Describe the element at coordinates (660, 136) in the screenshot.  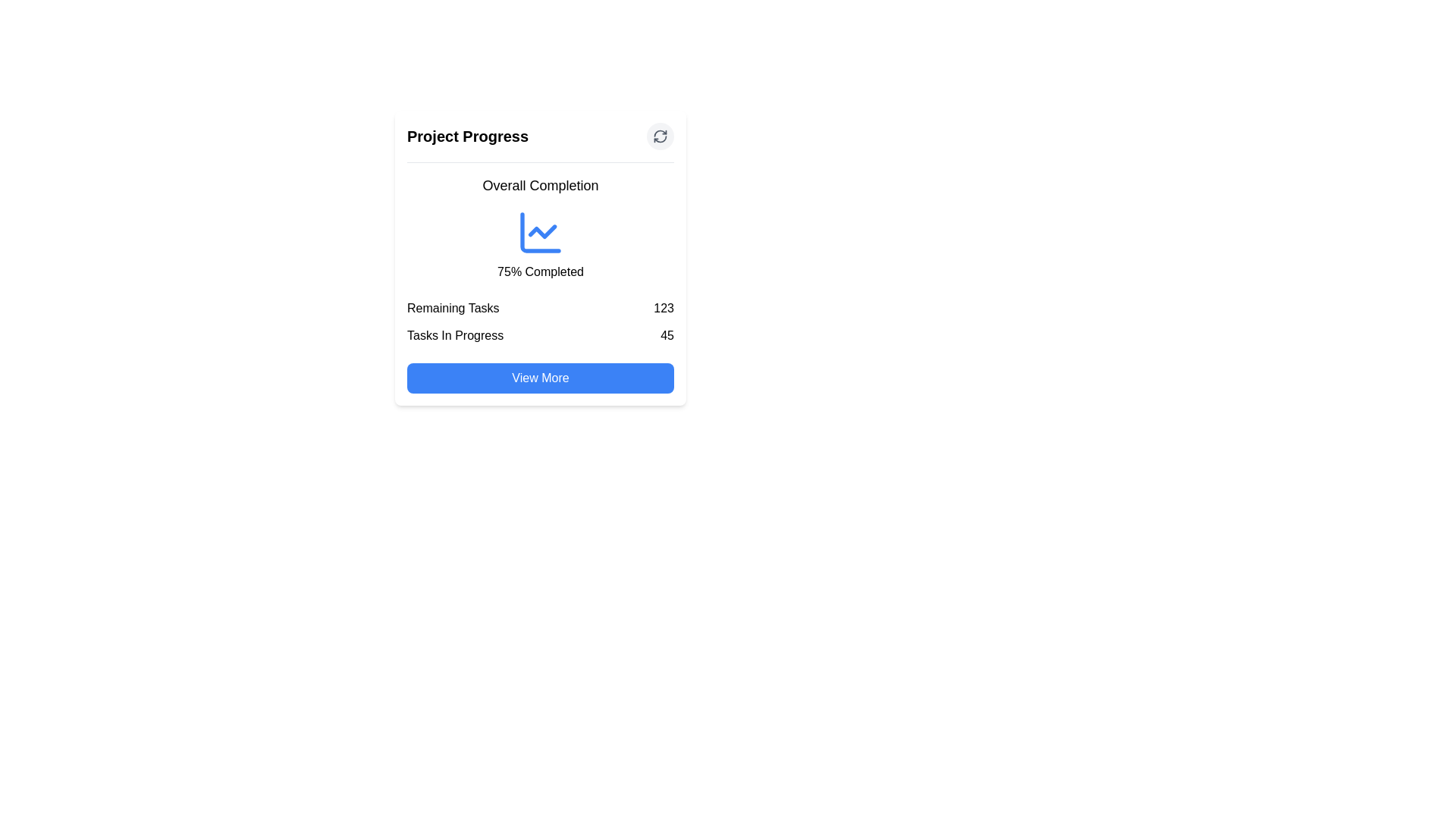
I see `the refresh icon button located in the top-right corner of the 'Project Progress' card to reload the displayed data` at that location.